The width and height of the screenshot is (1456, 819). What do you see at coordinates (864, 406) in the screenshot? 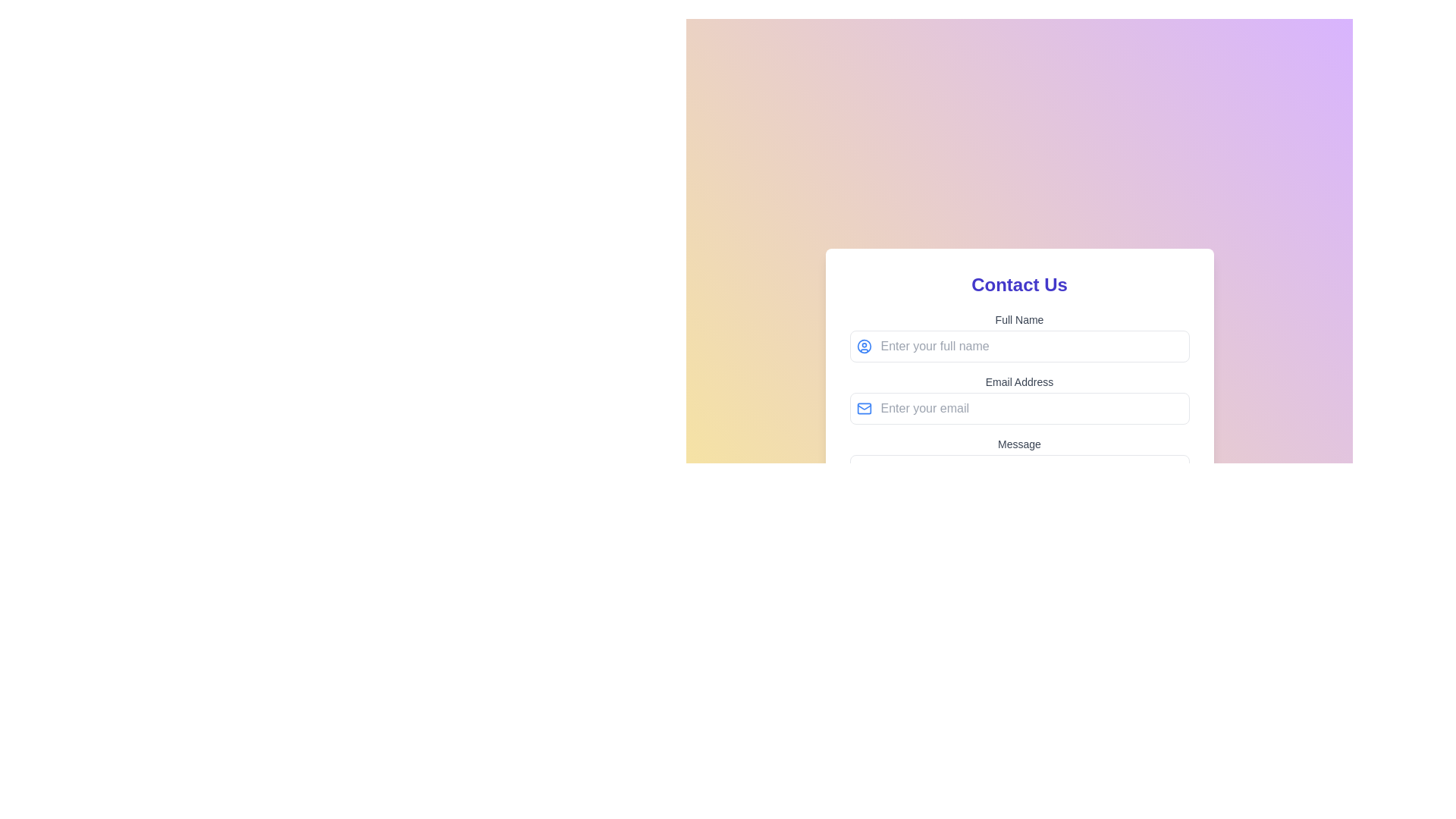
I see `the triangular flap of the envelope icon, which is the second element in the SVG group representing a mail icon, located near the email address input field in the contact form interface` at bounding box center [864, 406].